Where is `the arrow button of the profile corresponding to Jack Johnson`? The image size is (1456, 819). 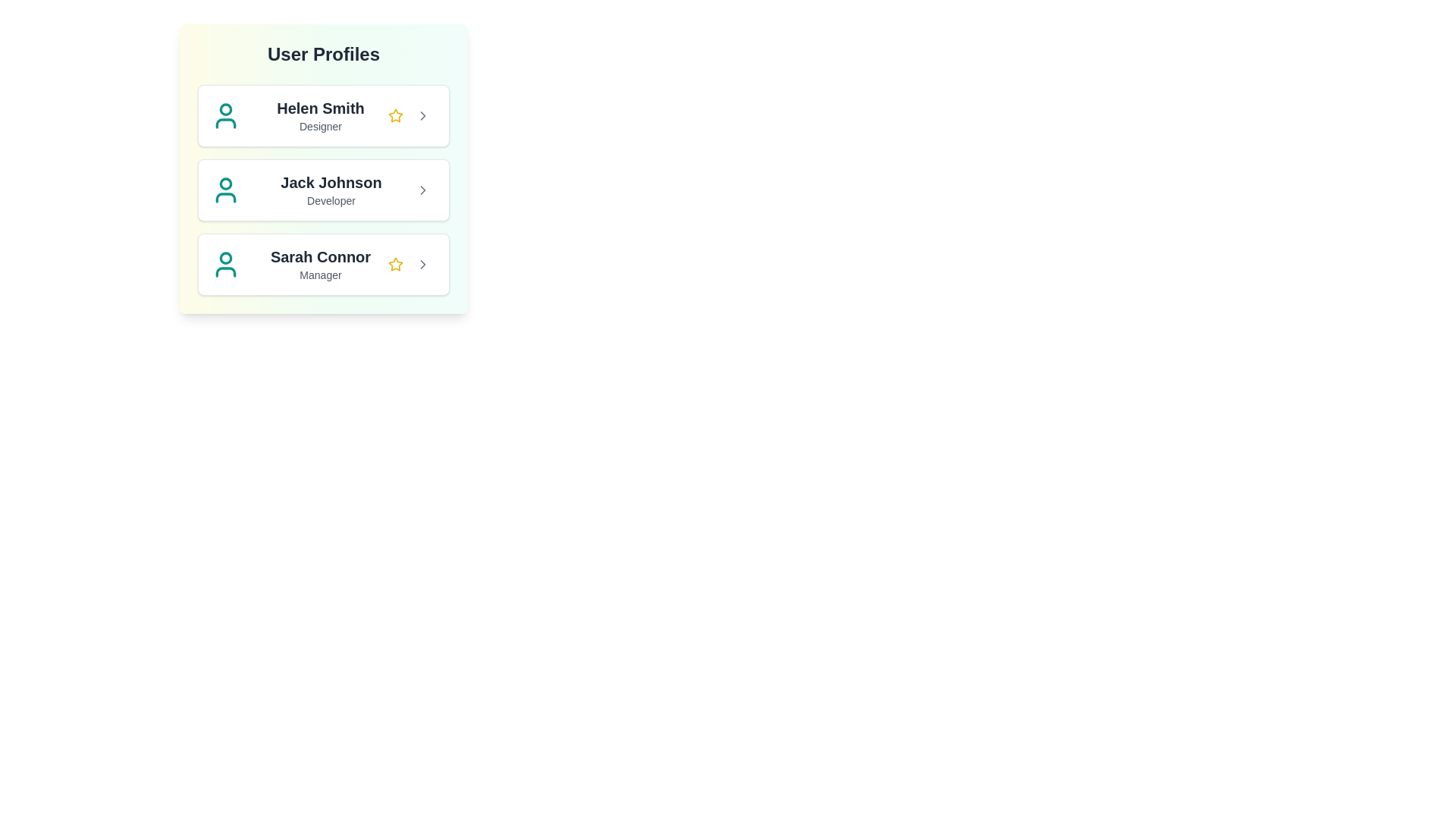 the arrow button of the profile corresponding to Jack Johnson is located at coordinates (422, 189).